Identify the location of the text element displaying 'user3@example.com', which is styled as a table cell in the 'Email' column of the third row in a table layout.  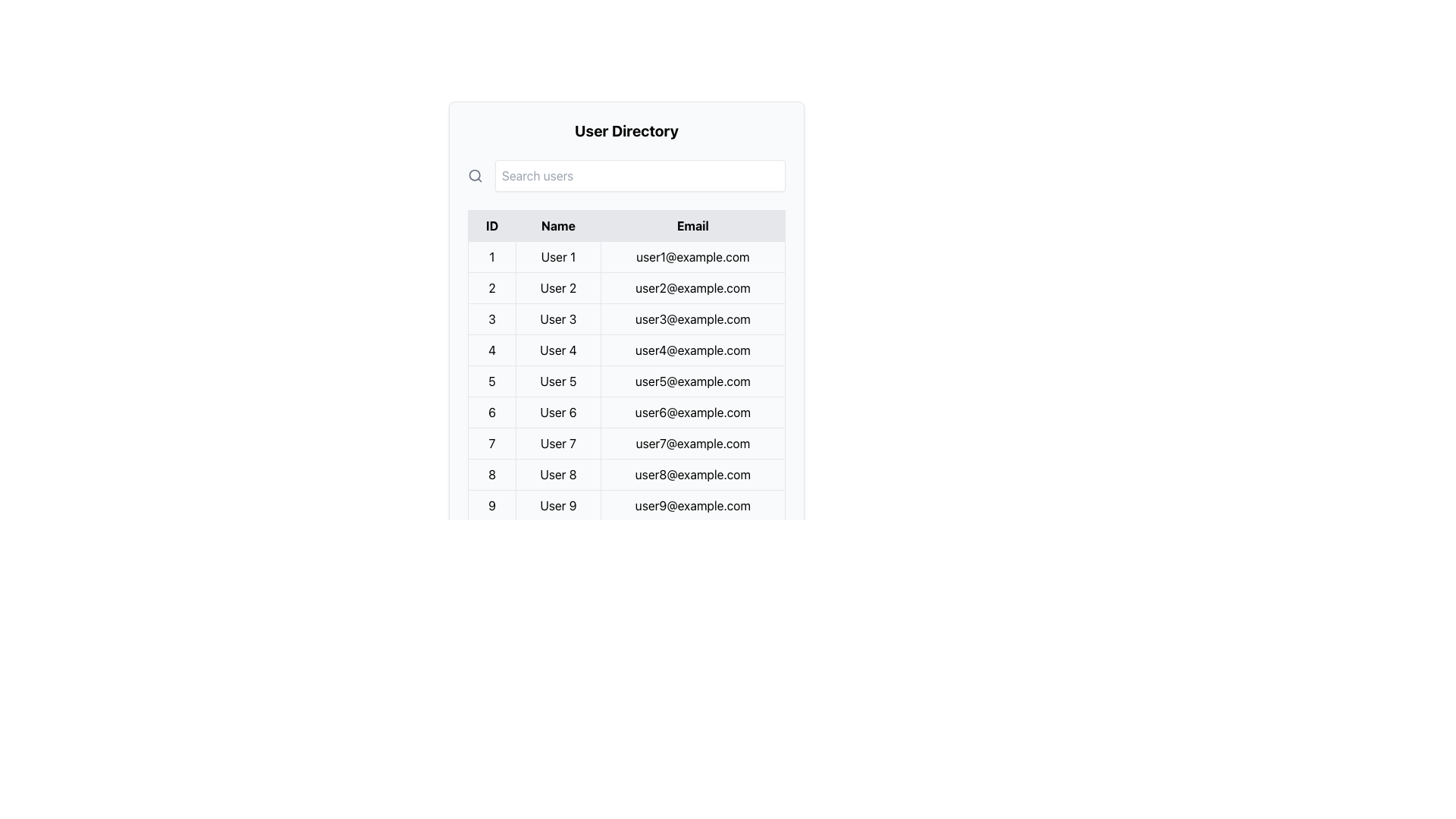
(692, 318).